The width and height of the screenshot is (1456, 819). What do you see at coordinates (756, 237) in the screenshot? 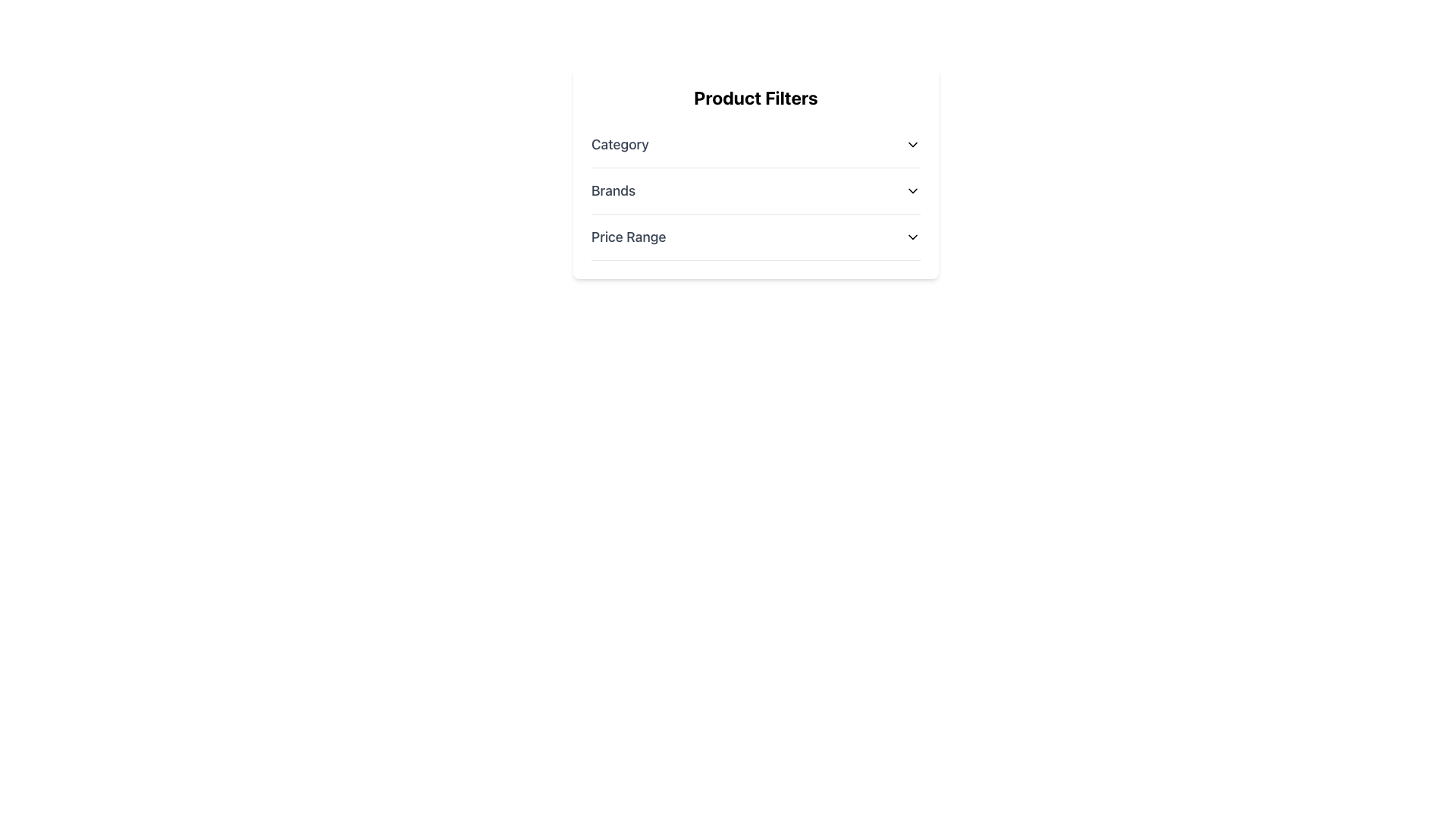
I see `the 'Price Range' dropdown menu to navigate using the keyboard` at bounding box center [756, 237].